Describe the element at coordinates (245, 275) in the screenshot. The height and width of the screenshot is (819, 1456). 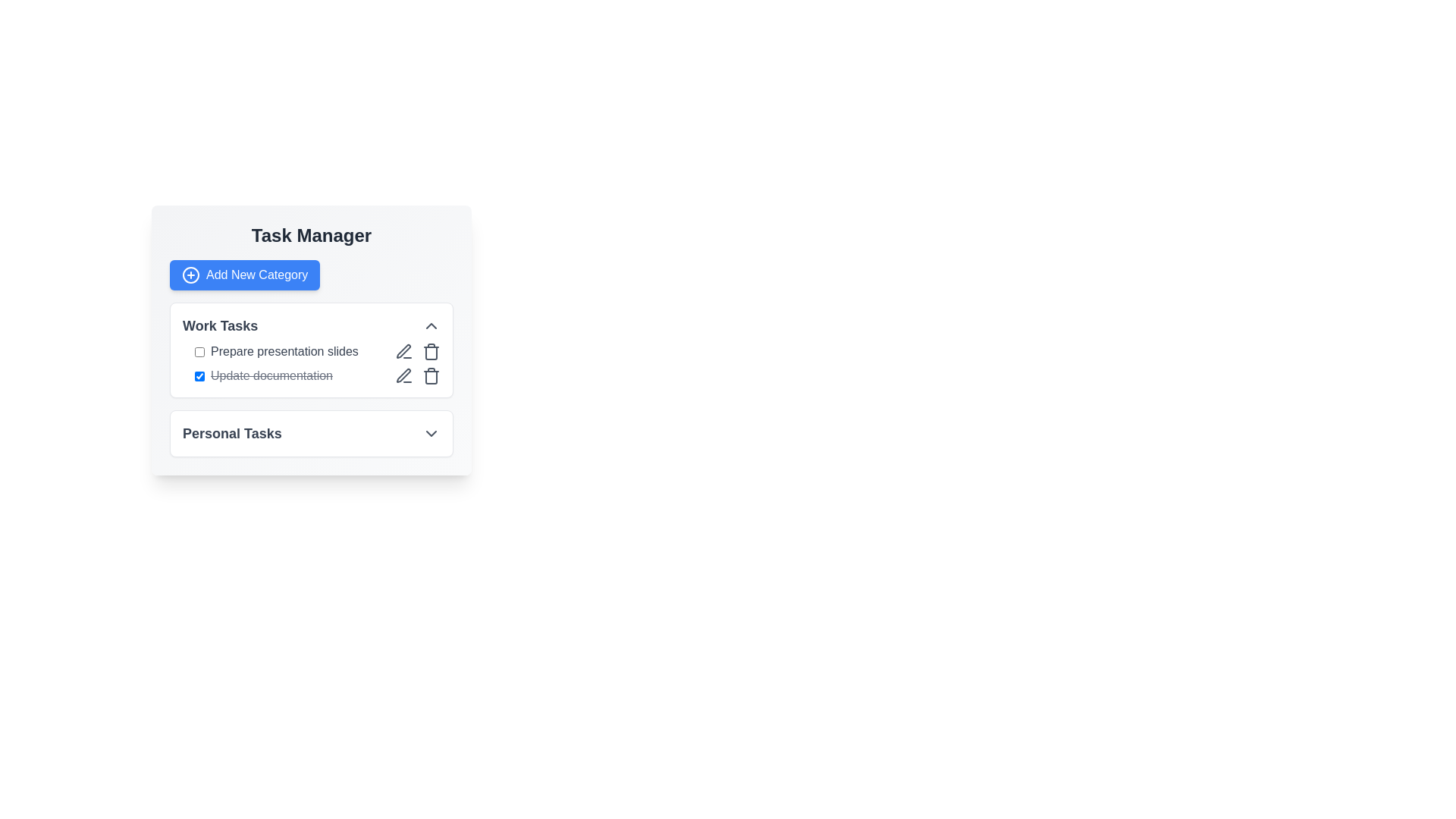
I see `the interactive button for adding a new category` at that location.